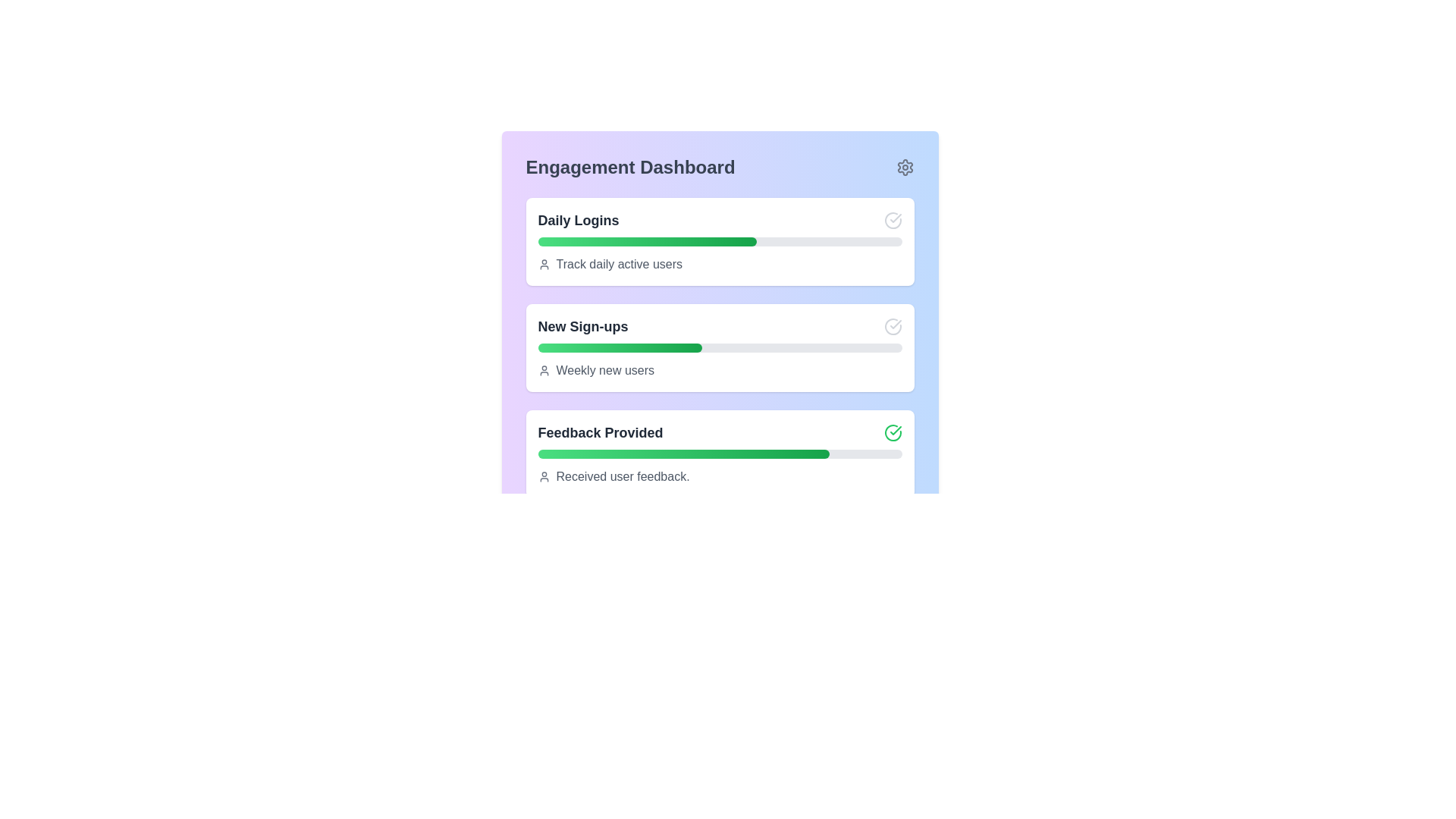  Describe the element at coordinates (719, 241) in the screenshot. I see `the informational card displaying daily login statistics in the Engagement Dashboard` at that location.